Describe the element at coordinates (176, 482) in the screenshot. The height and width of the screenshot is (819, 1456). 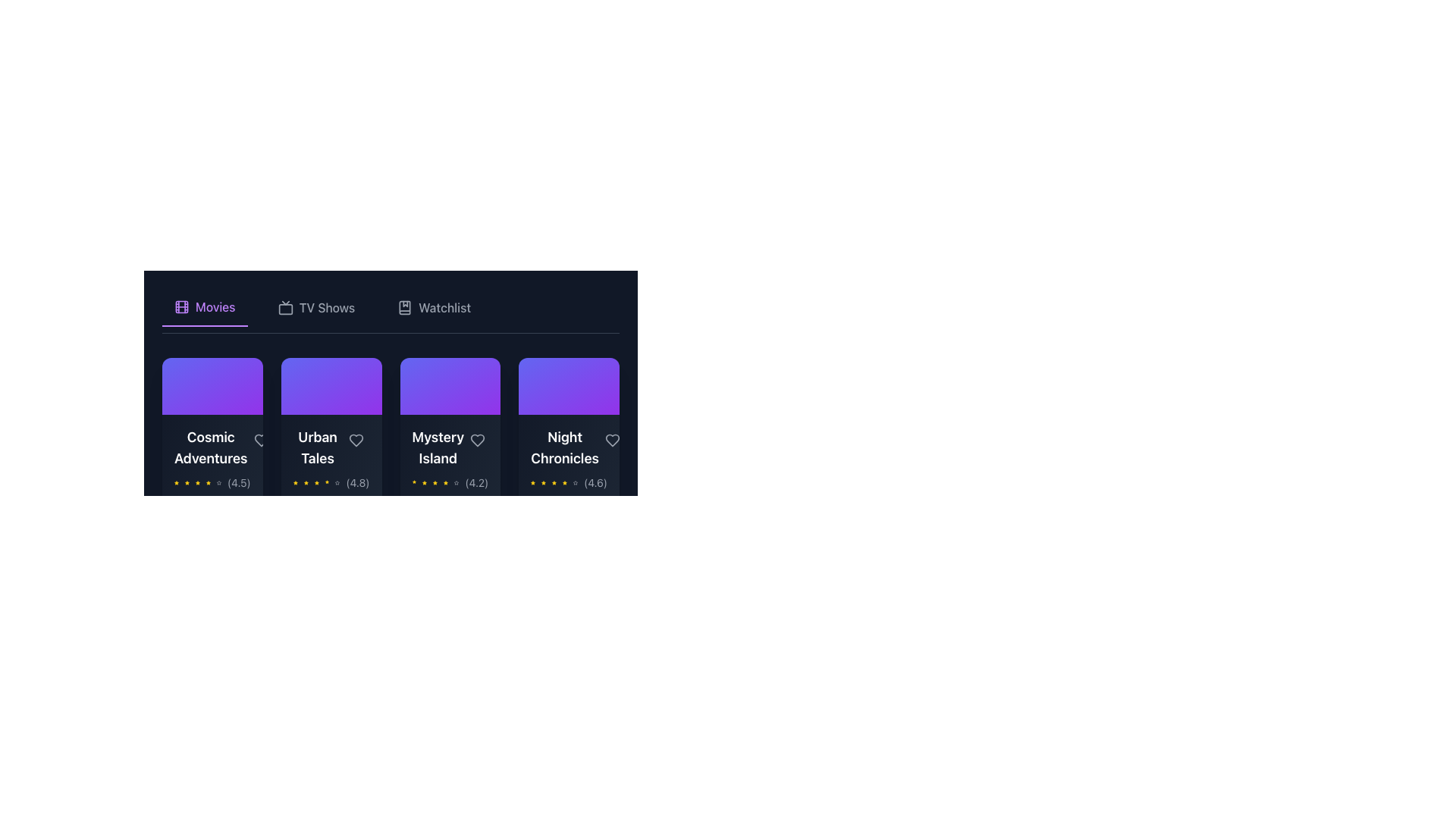
I see `the first star icon in the rating score for 'Cosmic Adventures' located in the 'Movies' section` at that location.